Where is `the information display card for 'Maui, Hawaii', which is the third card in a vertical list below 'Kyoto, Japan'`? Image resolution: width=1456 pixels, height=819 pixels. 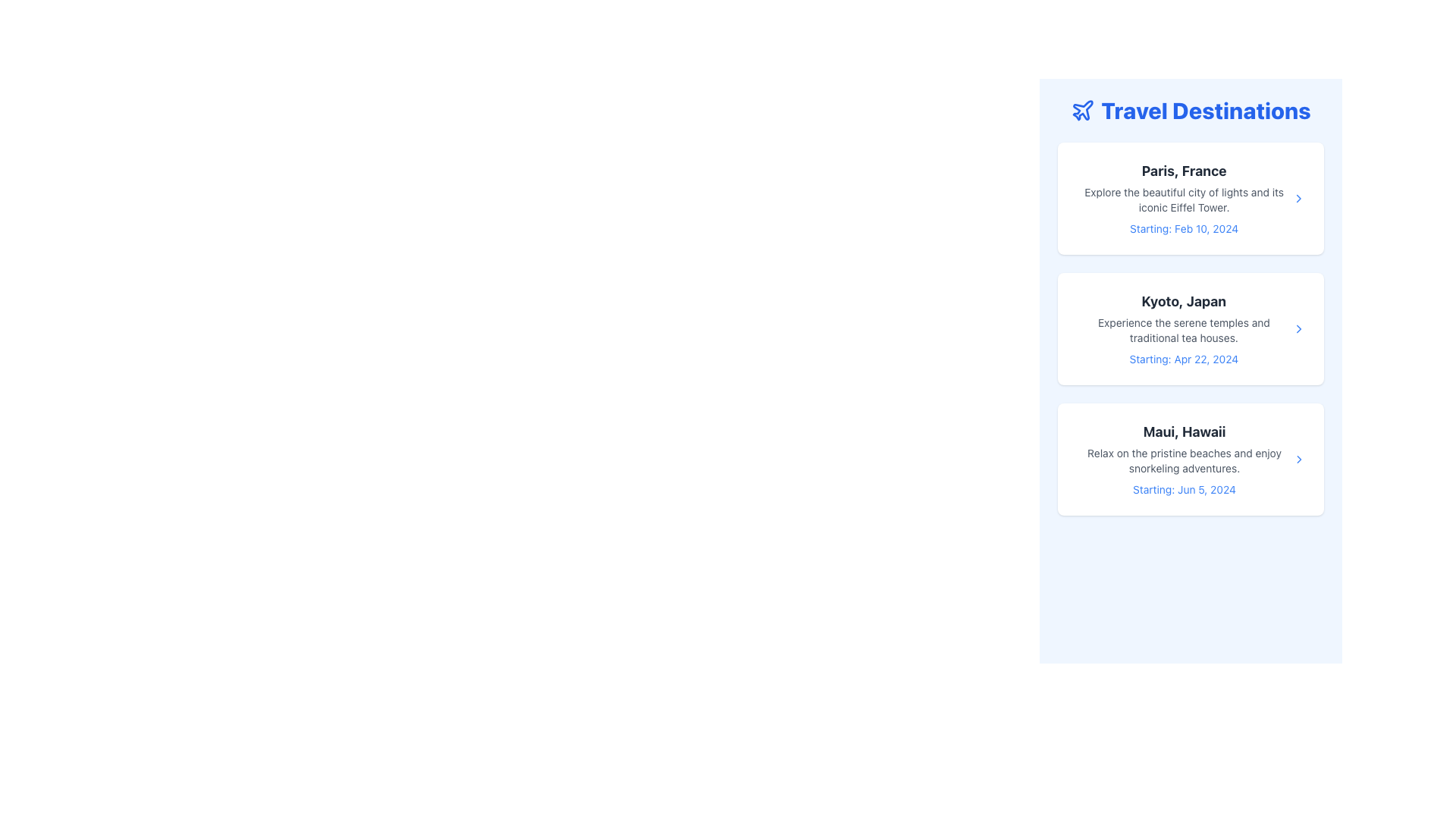 the information display card for 'Maui, Hawaii', which is the third card in a vertical list below 'Kyoto, Japan' is located at coordinates (1184, 458).